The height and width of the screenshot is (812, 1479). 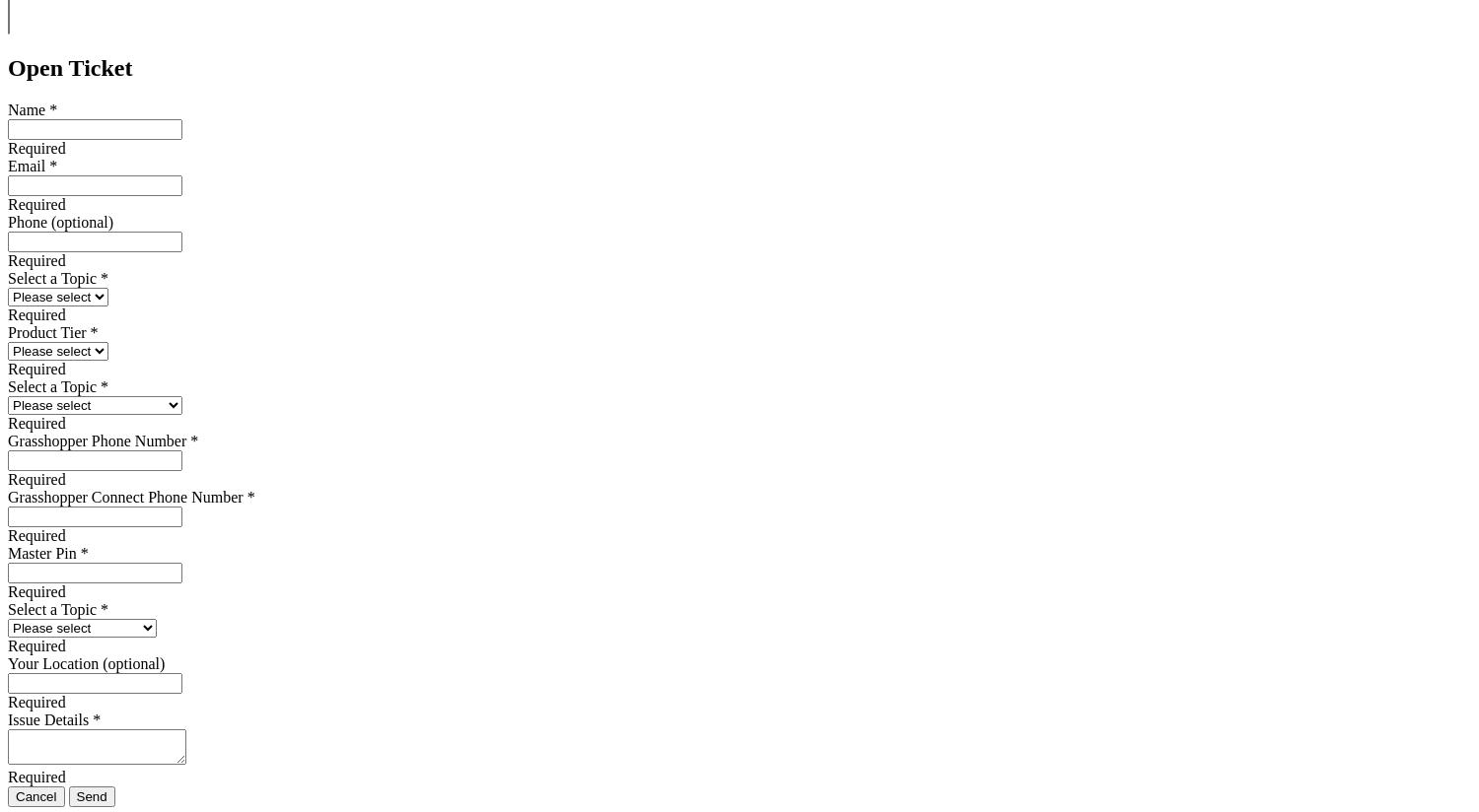 What do you see at coordinates (52, 663) in the screenshot?
I see `'Your Location'` at bounding box center [52, 663].